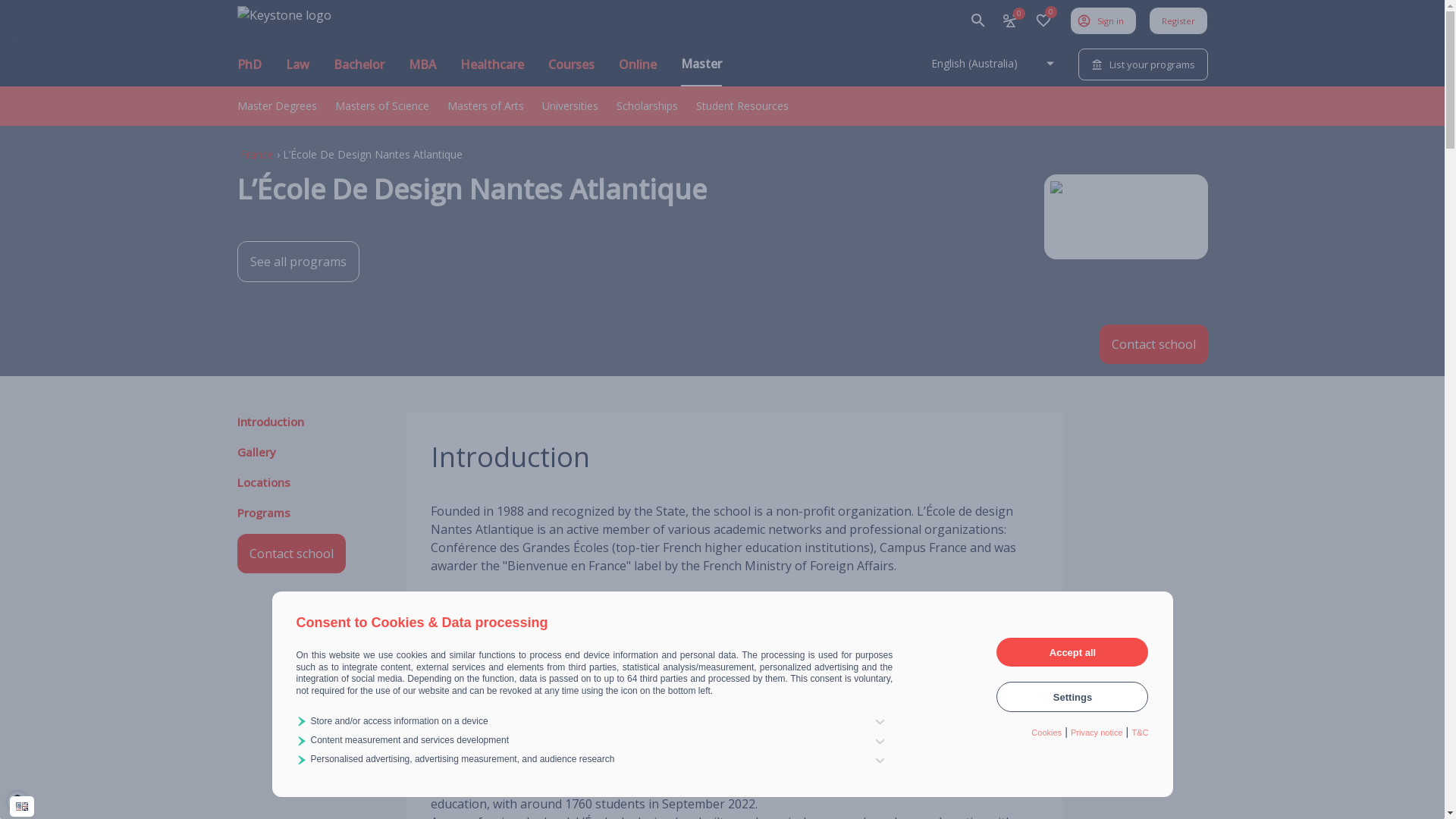 The height and width of the screenshot is (819, 1456). What do you see at coordinates (239, 154) in the screenshot?
I see `'France'` at bounding box center [239, 154].